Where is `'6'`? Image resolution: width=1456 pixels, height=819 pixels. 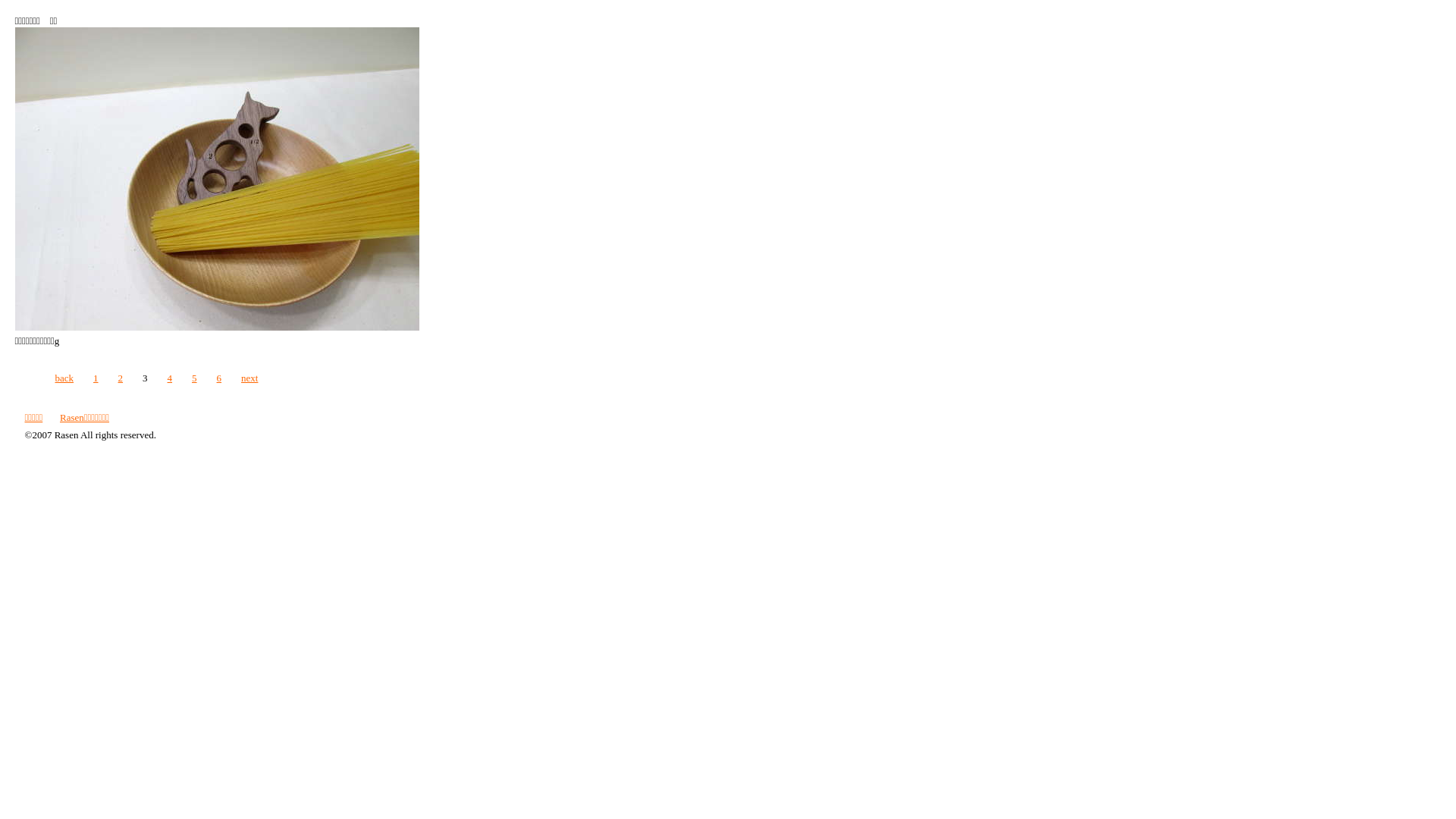
'6' is located at coordinates (218, 376).